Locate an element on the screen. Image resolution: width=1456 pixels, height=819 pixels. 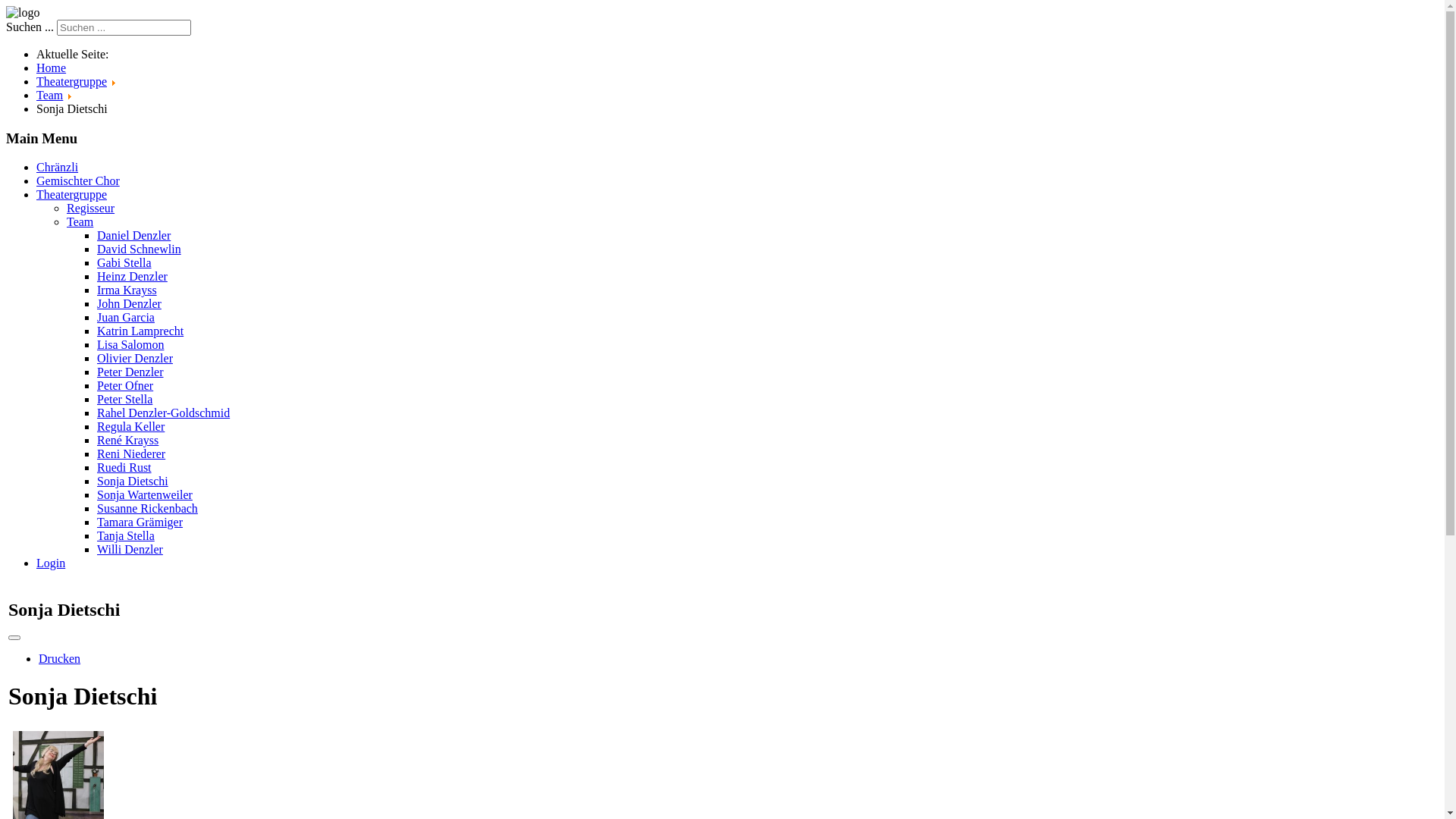
'Peter Ofner' is located at coordinates (96, 384).